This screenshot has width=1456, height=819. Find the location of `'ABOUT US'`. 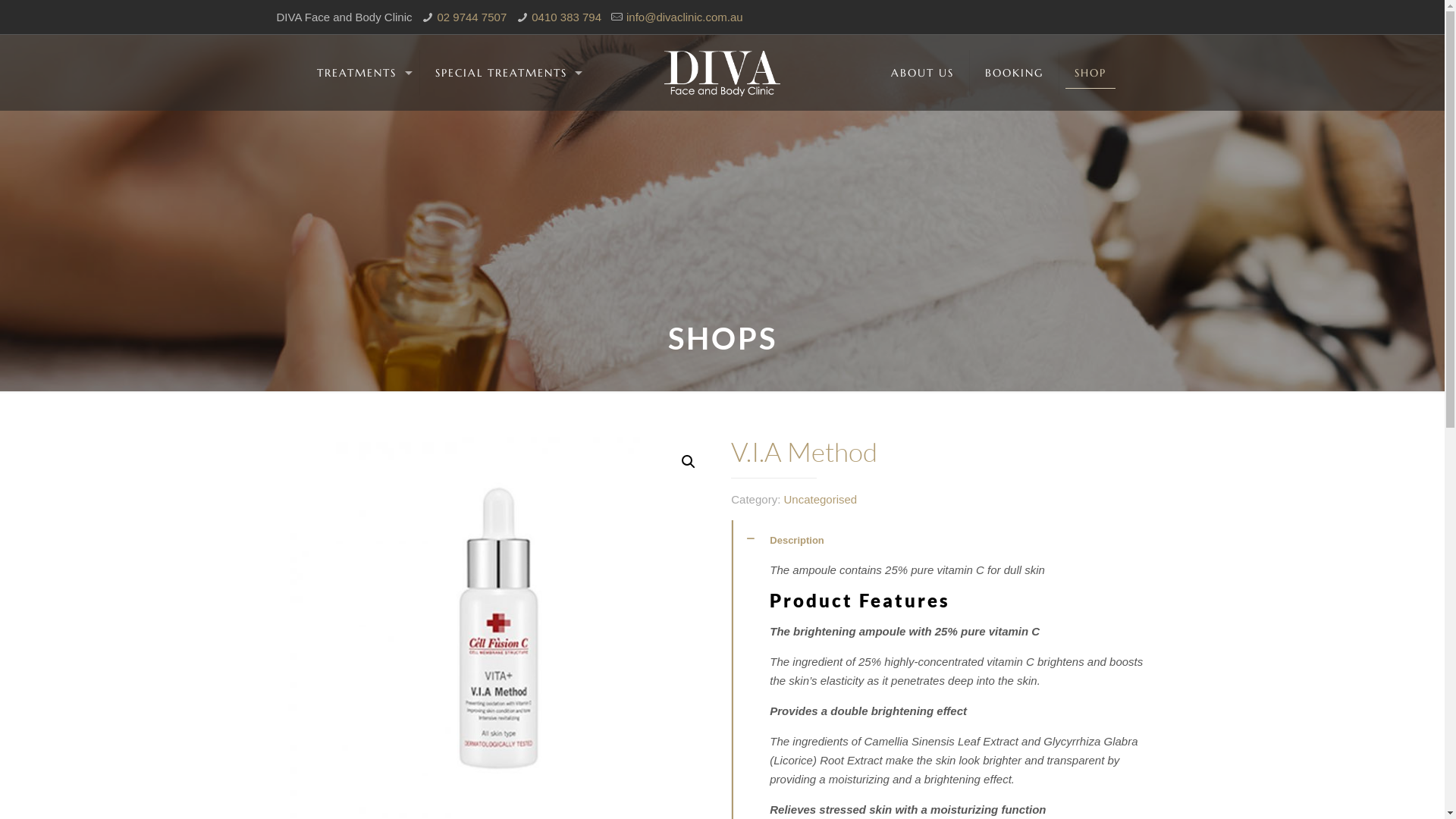

'ABOUT US' is located at coordinates (922, 73).